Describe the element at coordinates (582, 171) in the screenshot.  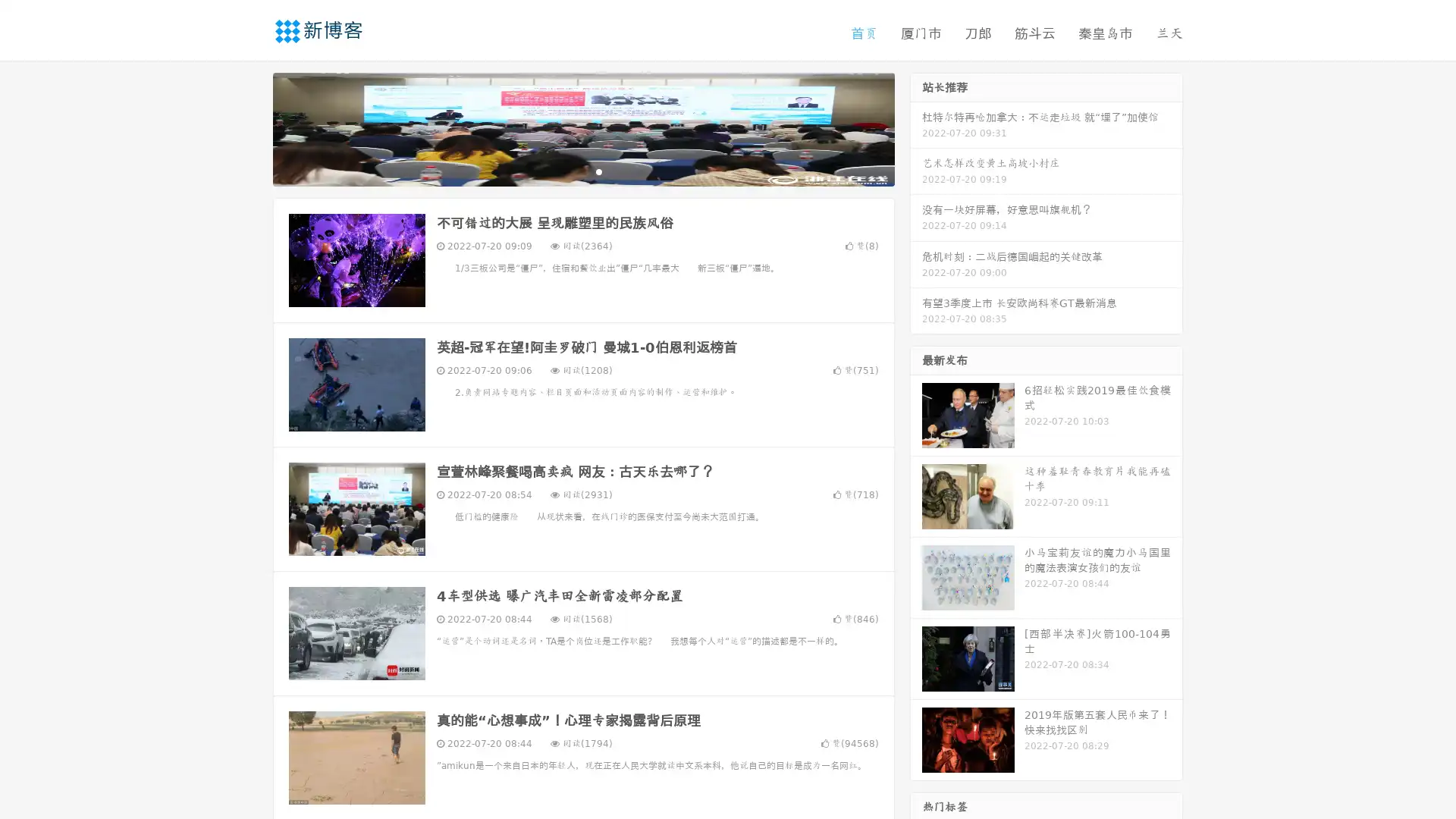
I see `Go to slide 2` at that location.